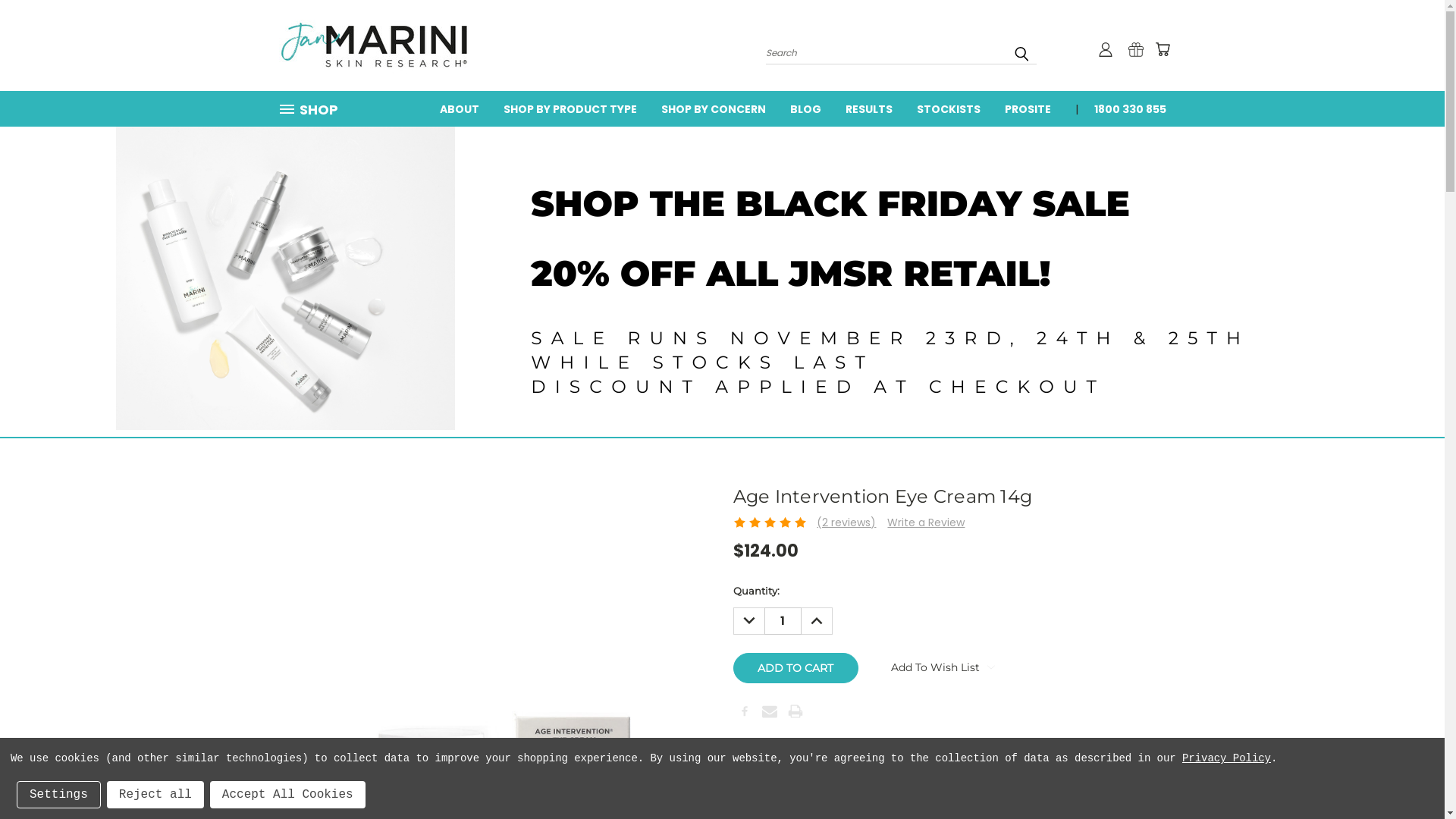 Image resolution: width=1456 pixels, height=819 pixels. Describe the element at coordinates (155, 794) in the screenshot. I see `'Reject all'` at that location.